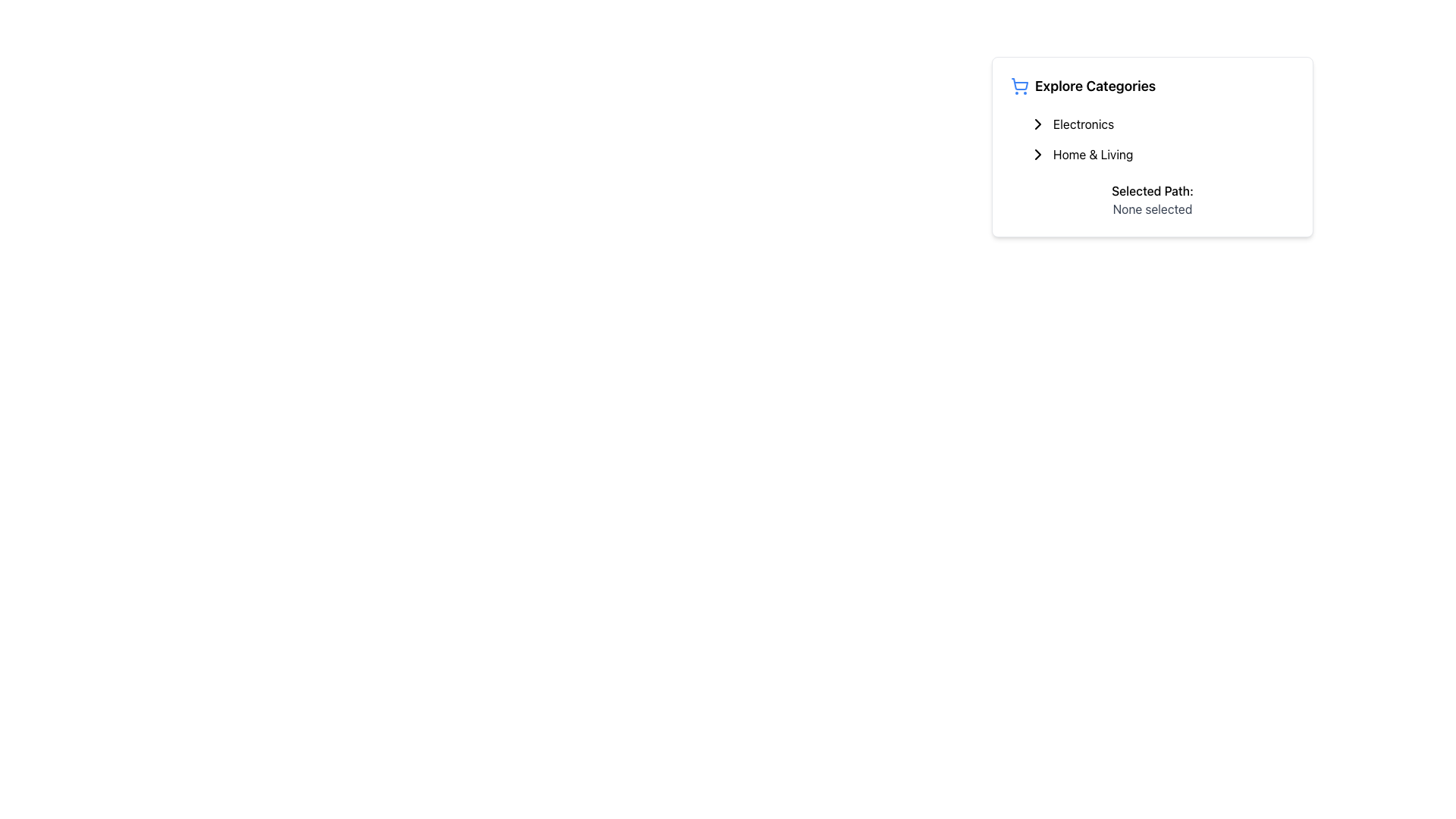 The height and width of the screenshot is (819, 1456). I want to click on the 'Home & Living' navigation link element, which is the second item in the 'Explore Categories' list, so click(1157, 155).